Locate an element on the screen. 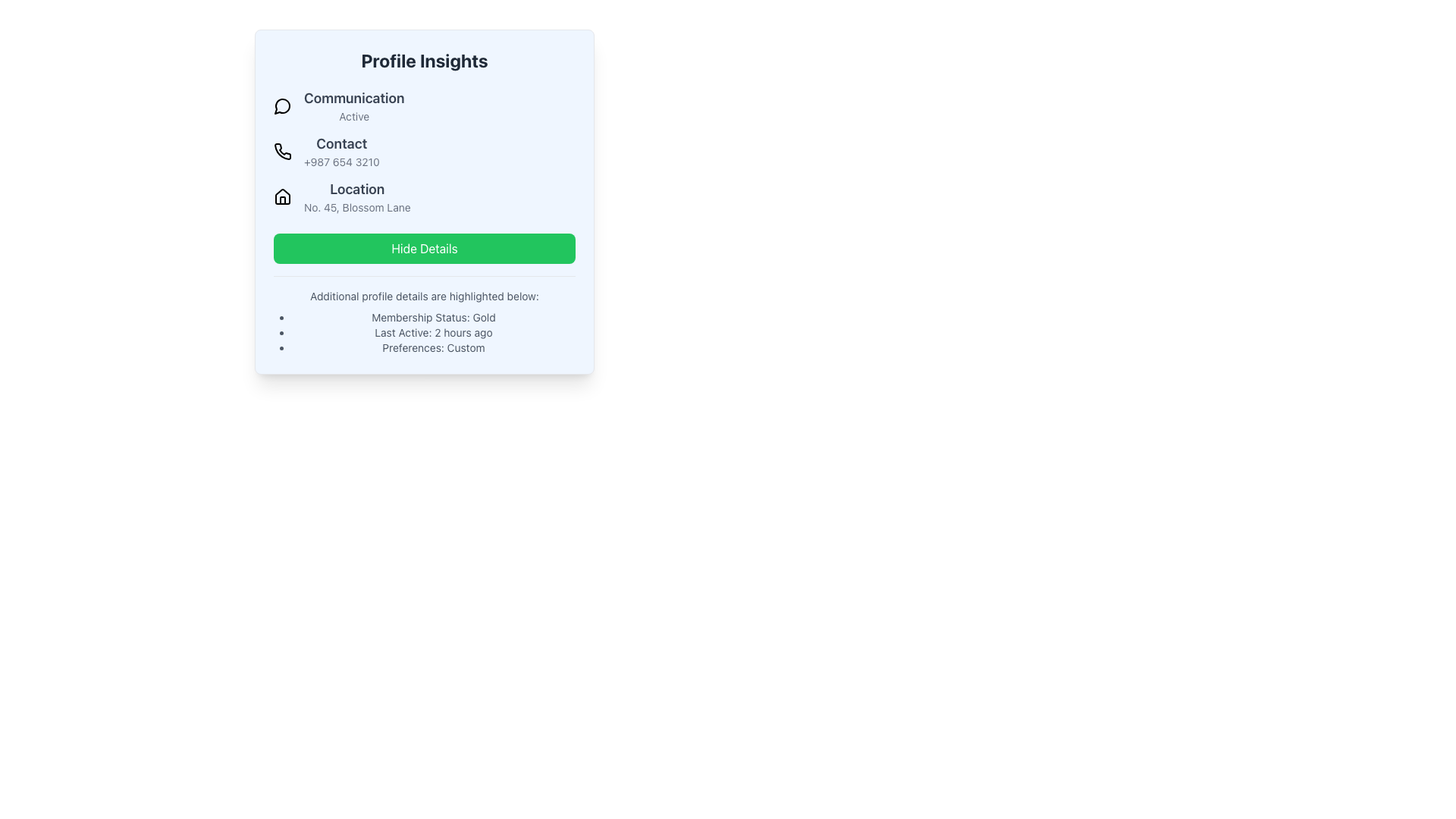 The width and height of the screenshot is (1456, 819). bullet points in the text block titled 'Additional profile details are highlighted below:' located within the 'Profile Insights' card is located at coordinates (425, 315).